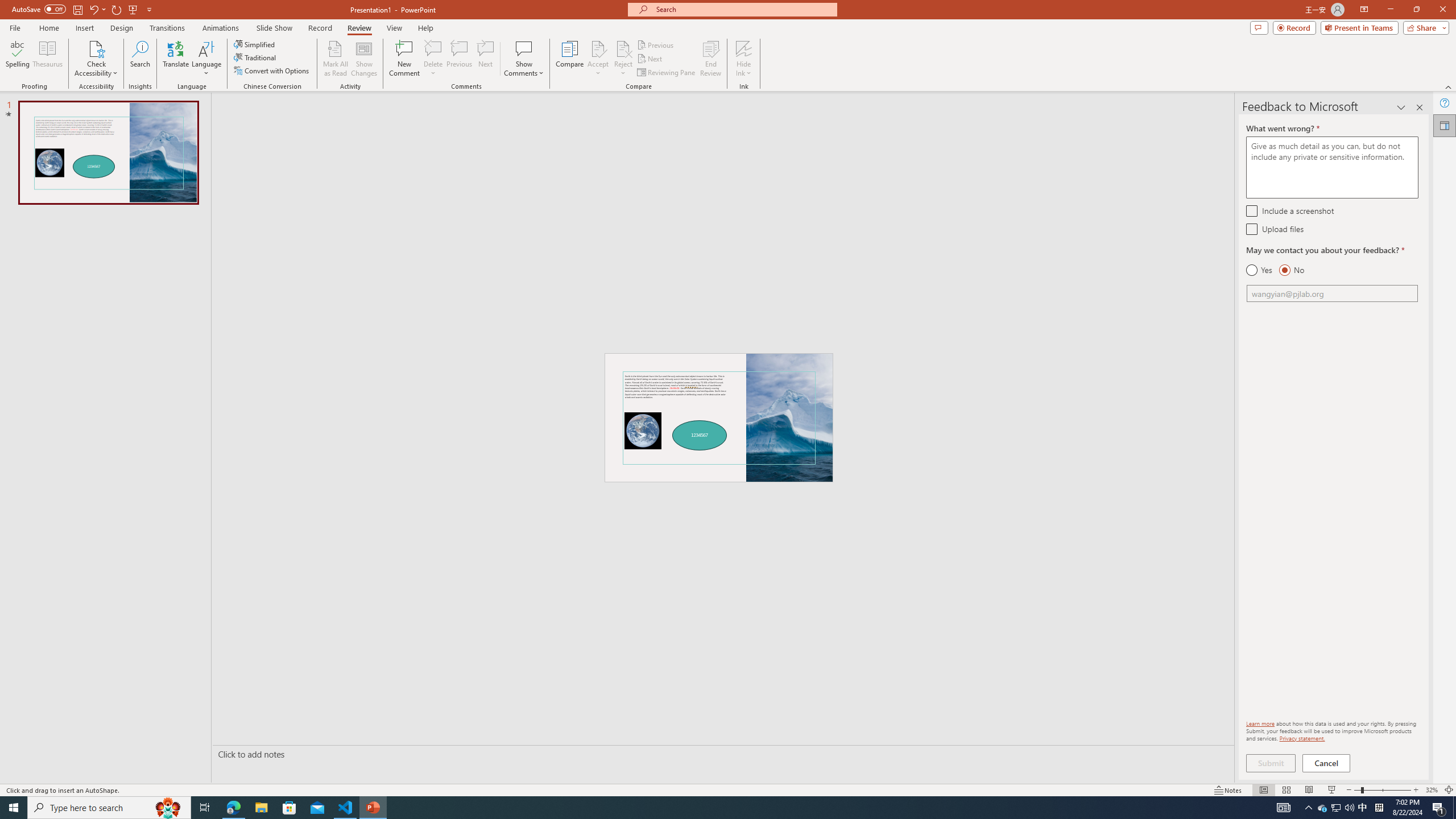 The height and width of the screenshot is (819, 1456). Describe the element at coordinates (206, 59) in the screenshot. I see `'Language'` at that location.